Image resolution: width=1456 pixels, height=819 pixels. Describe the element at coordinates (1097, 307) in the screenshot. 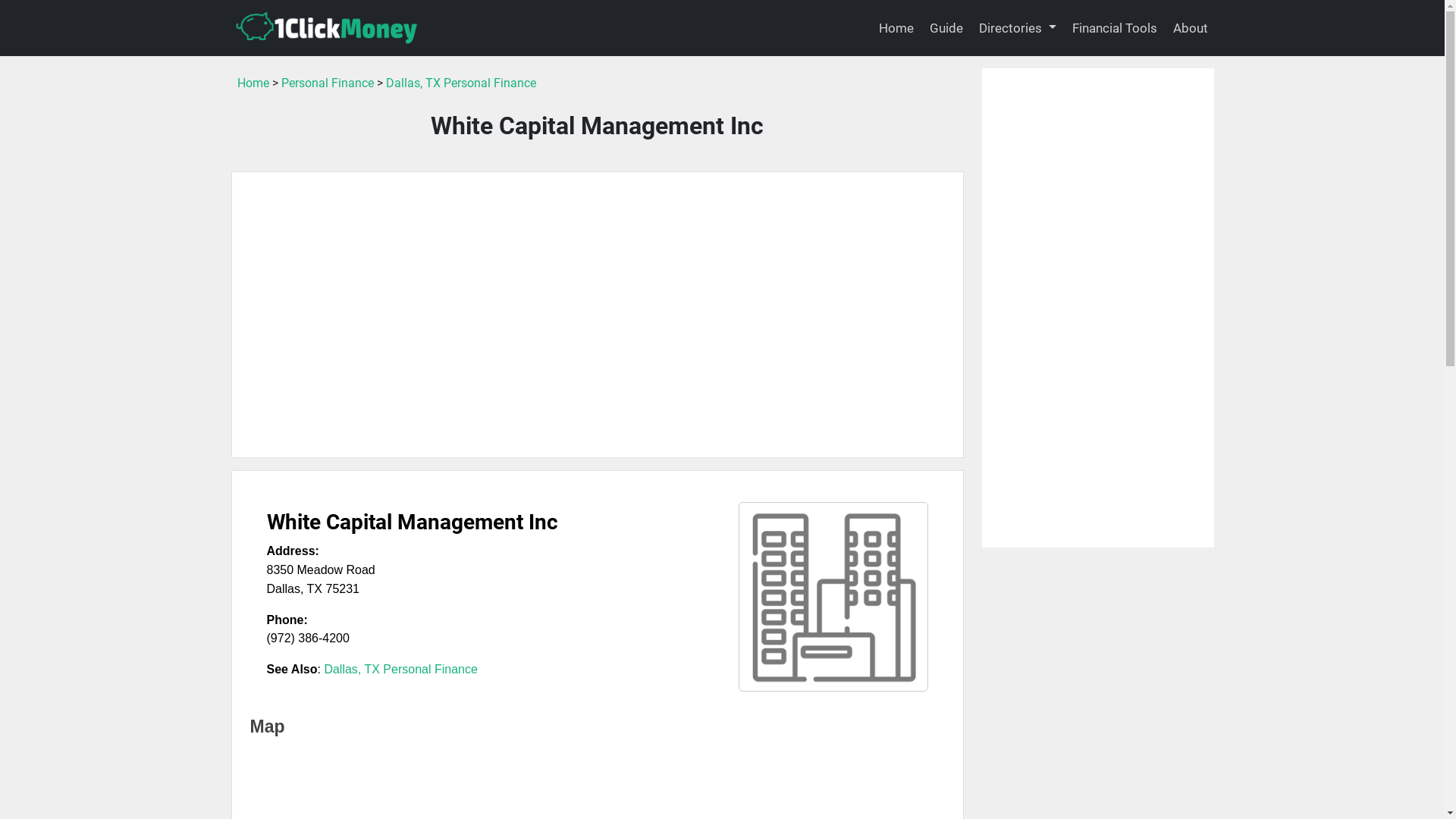

I see `'Advertisement'` at that location.